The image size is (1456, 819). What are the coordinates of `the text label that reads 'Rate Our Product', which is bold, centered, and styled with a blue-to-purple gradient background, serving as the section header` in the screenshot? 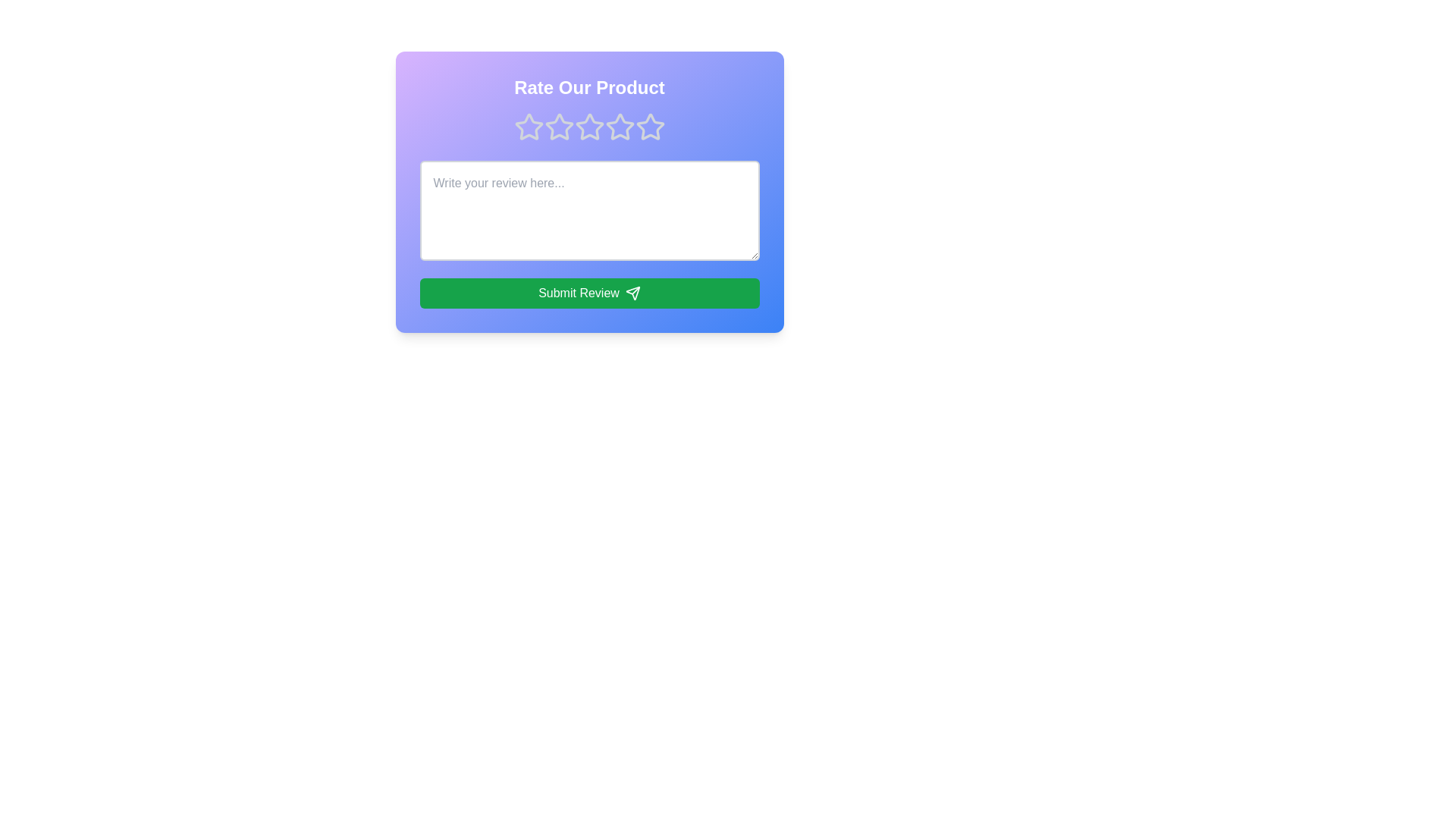 It's located at (588, 87).